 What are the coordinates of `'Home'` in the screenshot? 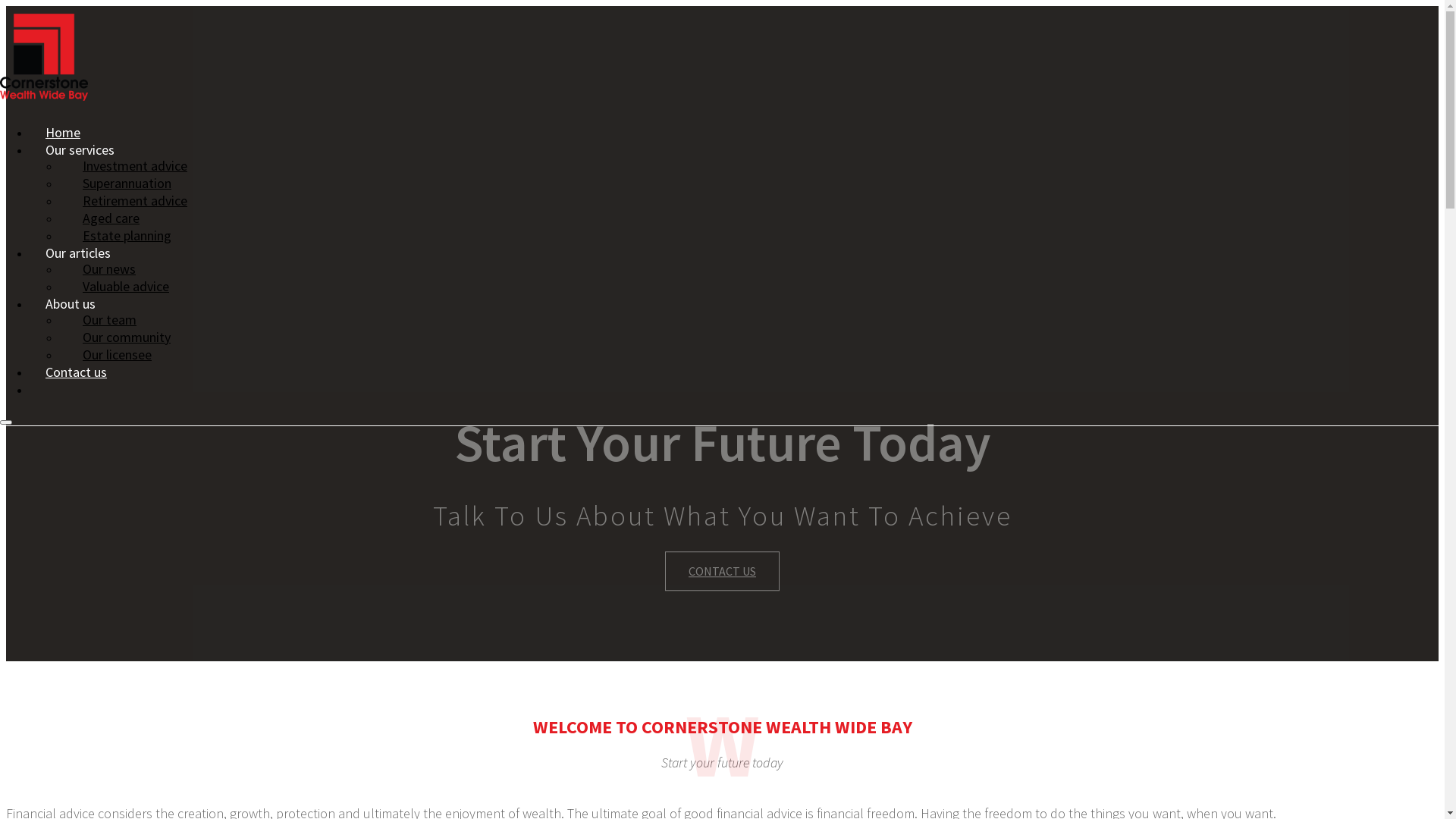 It's located at (61, 131).